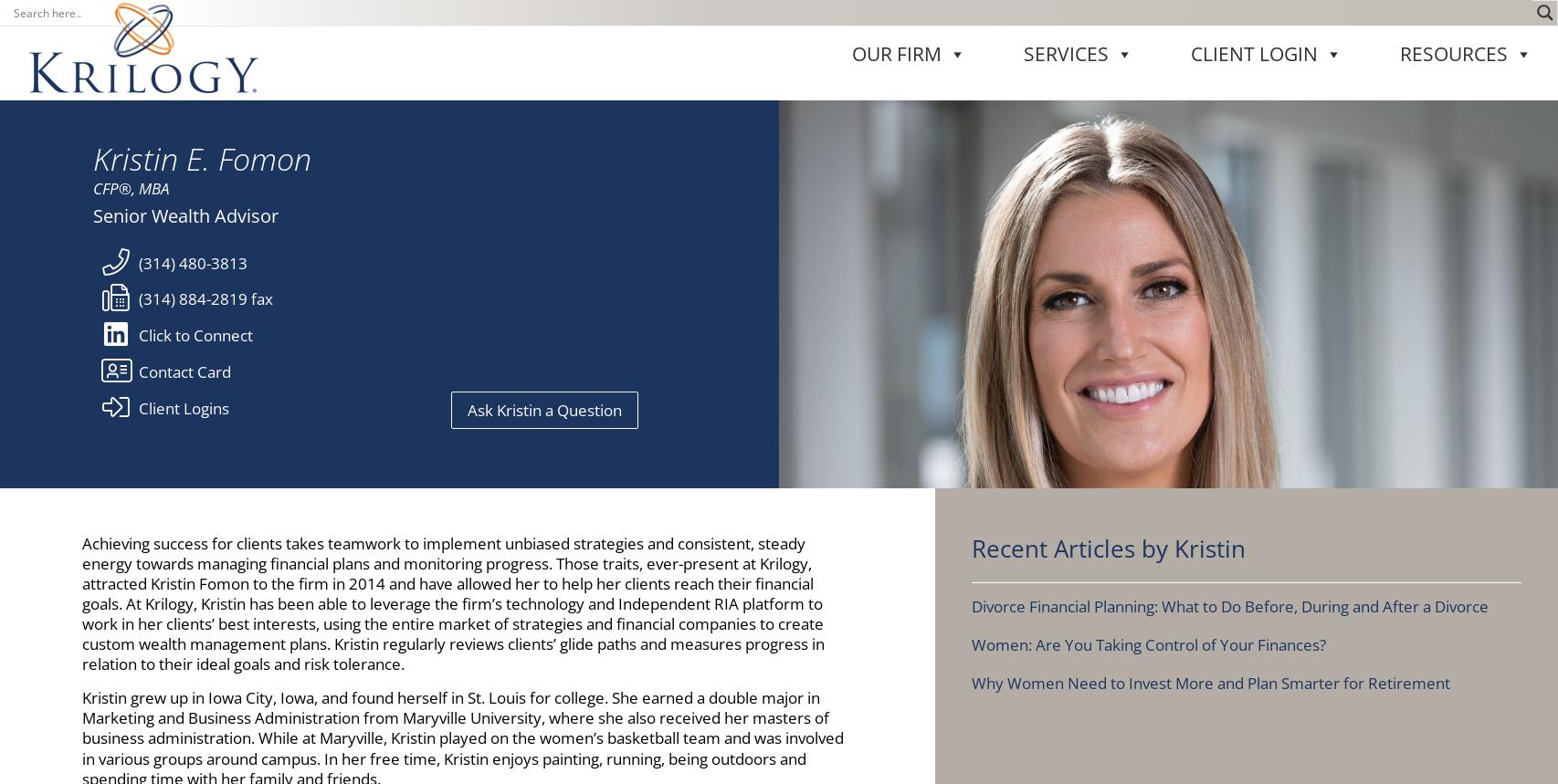 Image resolution: width=1558 pixels, height=784 pixels. Describe the element at coordinates (1107, 517) in the screenshot. I see `'Associate Wealth Advisor'` at that location.